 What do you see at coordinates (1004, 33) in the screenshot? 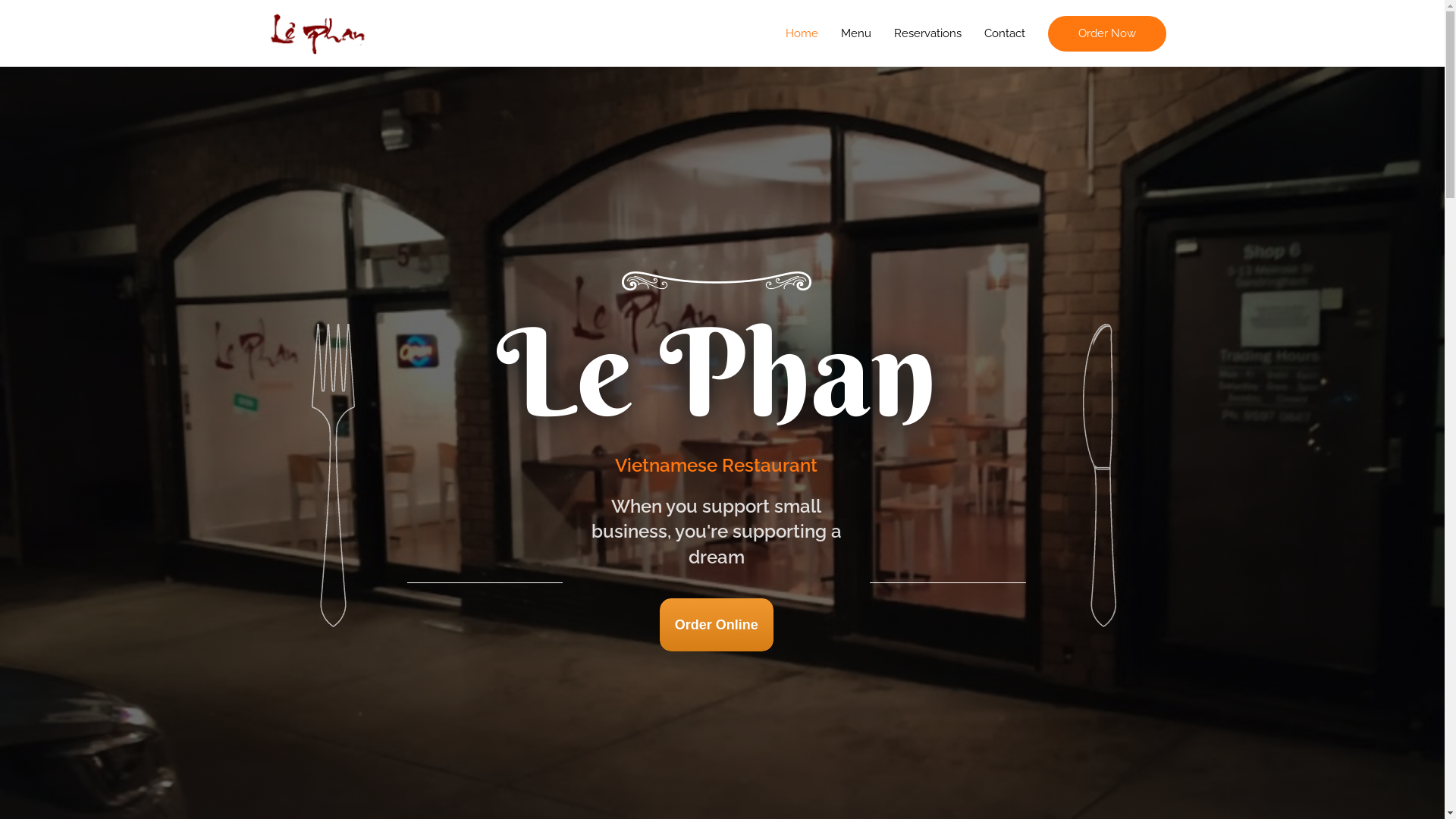
I see `'Contact'` at bounding box center [1004, 33].